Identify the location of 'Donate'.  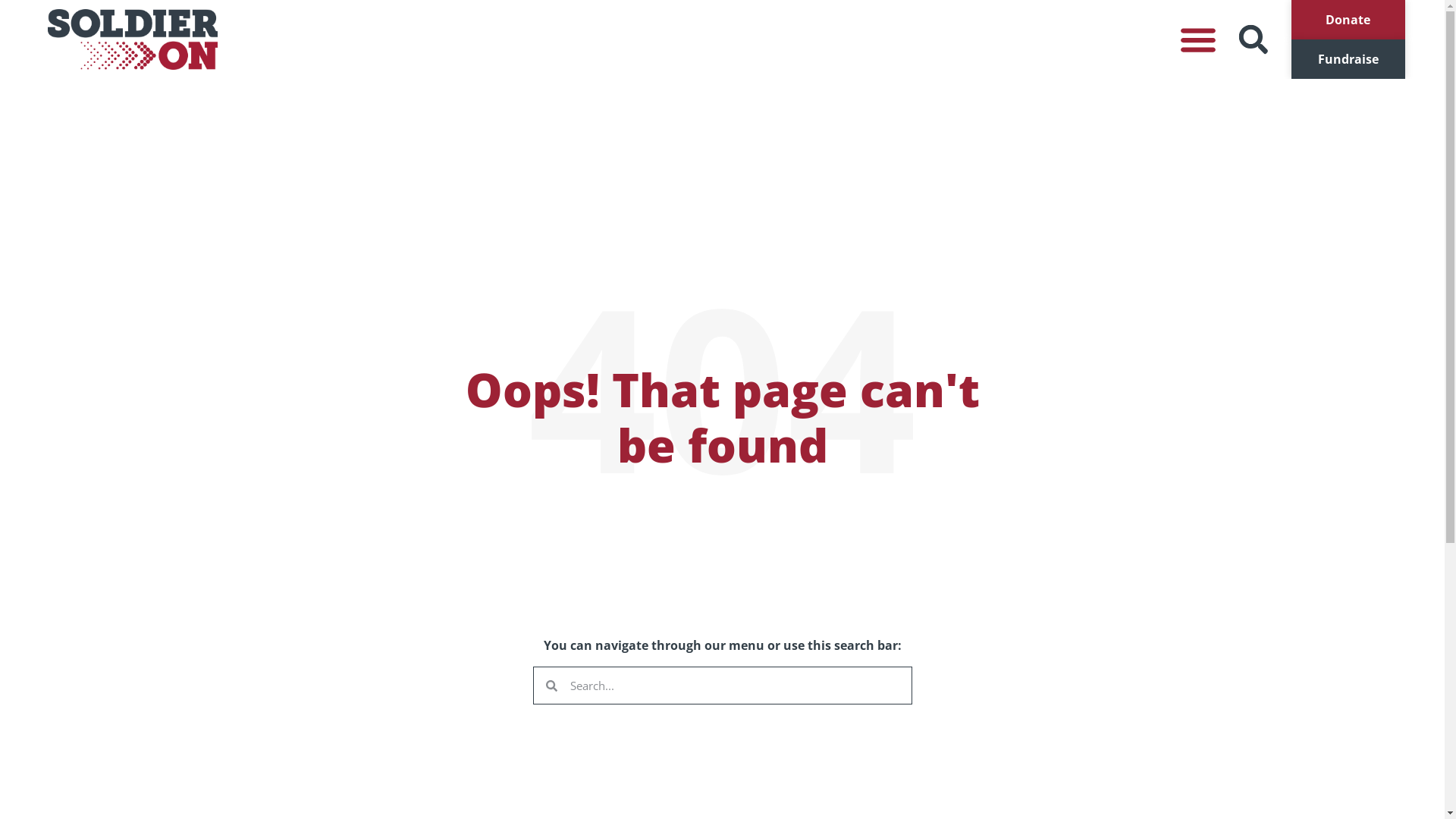
(1347, 20).